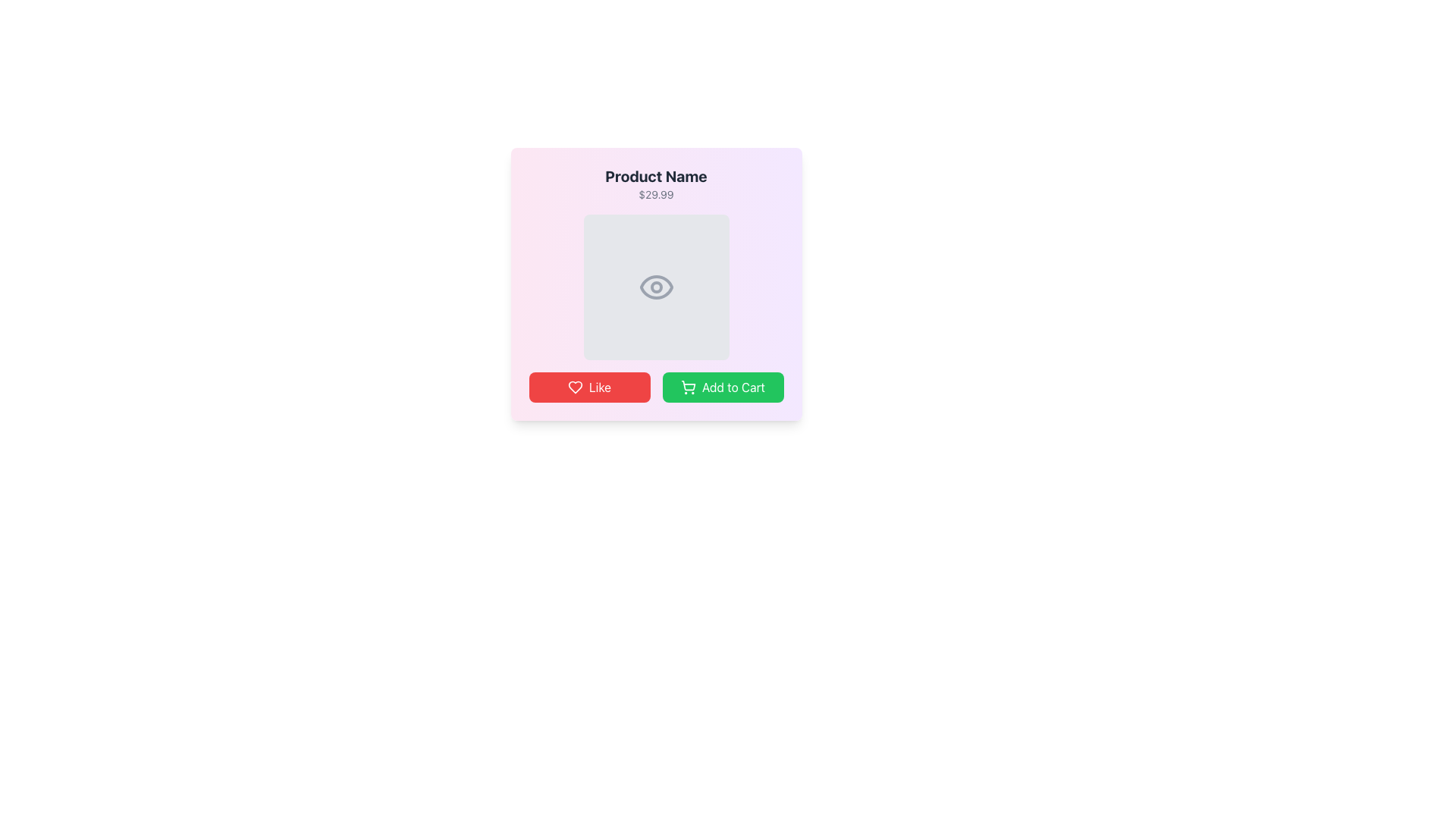  I want to click on the product preview icon located at the center of the card displaying 'Product Name' and '$29.99', so click(656, 287).